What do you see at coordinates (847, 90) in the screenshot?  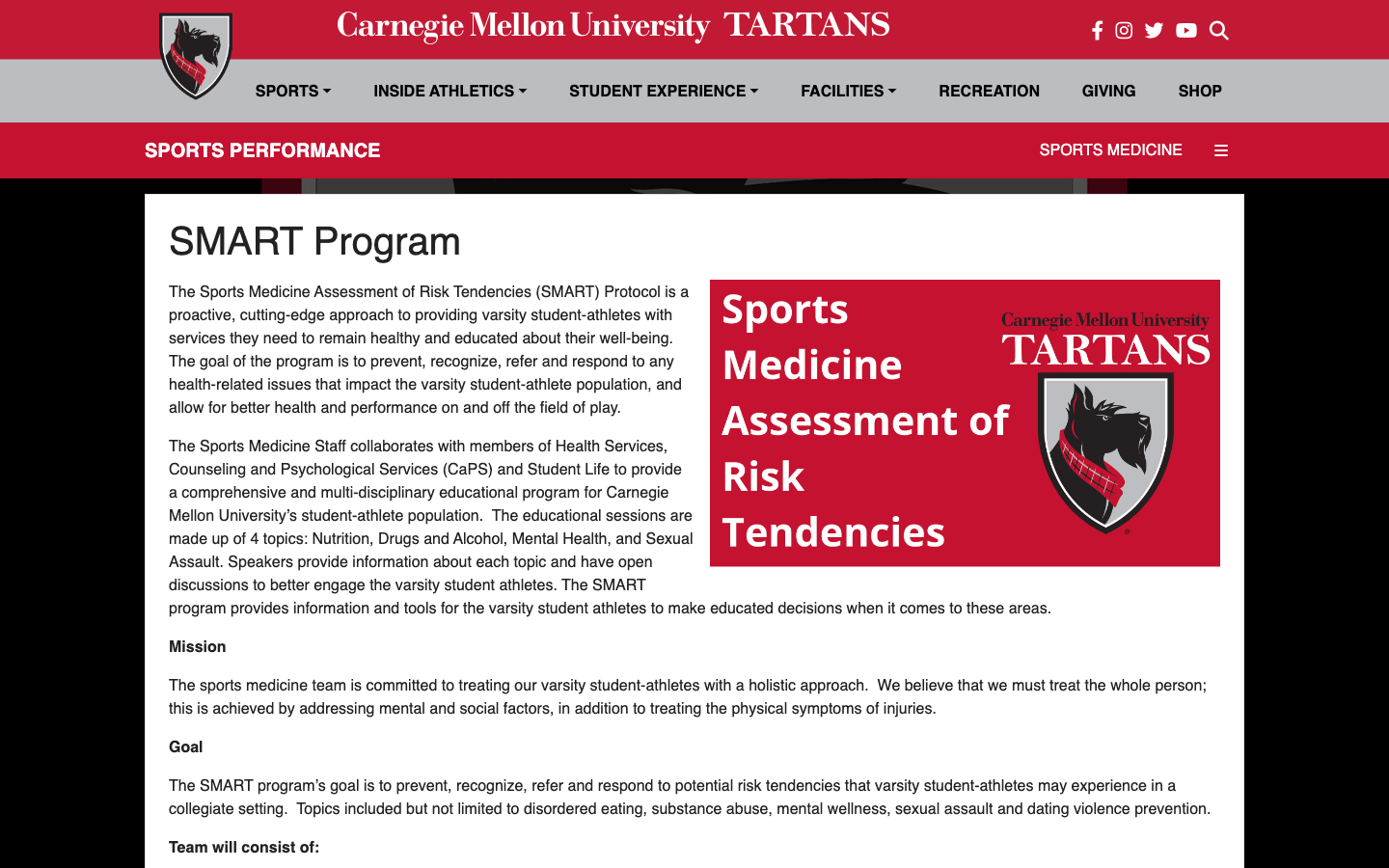 I see `Drop Down for Facilities` at bounding box center [847, 90].